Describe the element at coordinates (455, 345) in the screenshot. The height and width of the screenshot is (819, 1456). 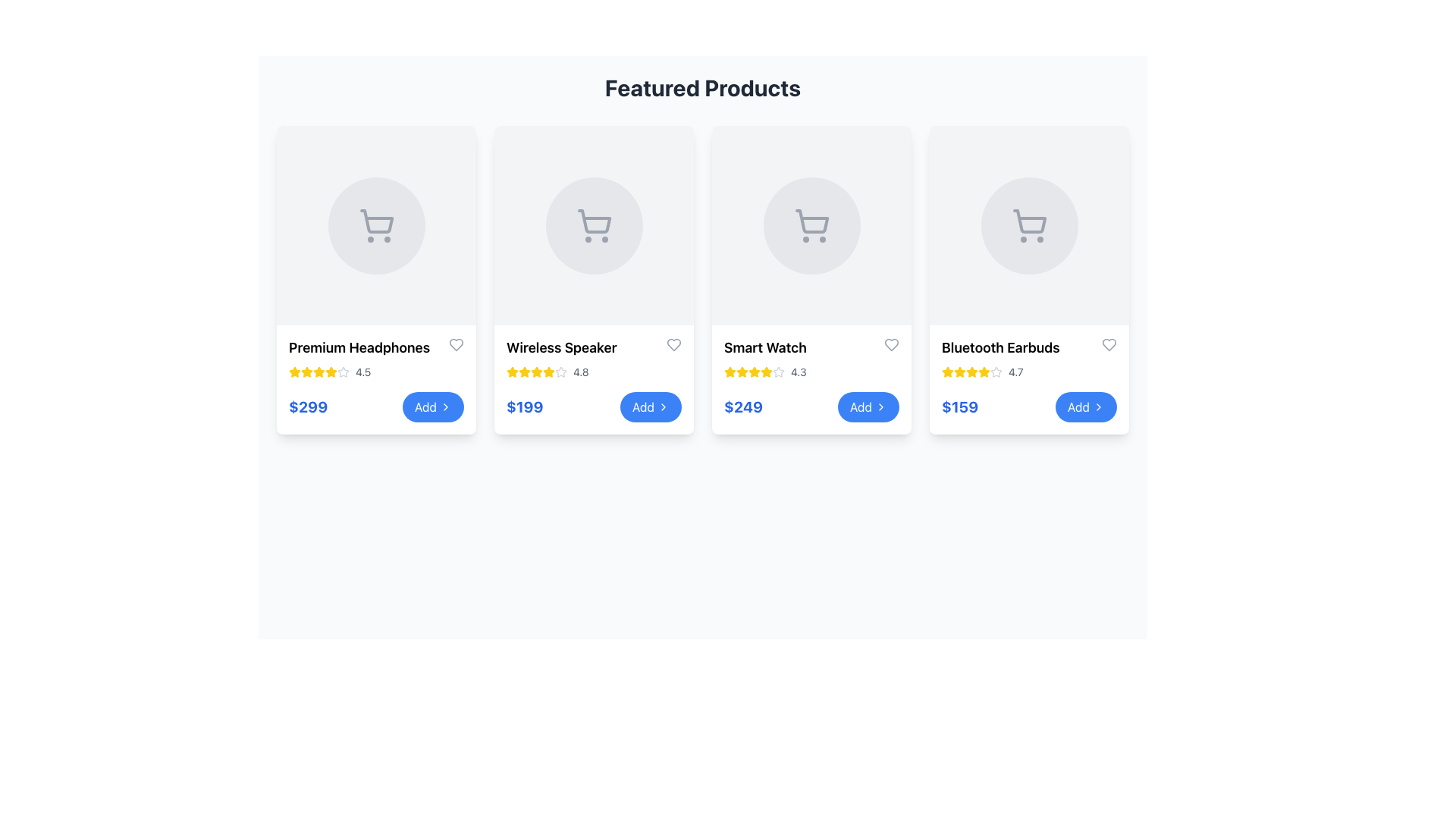
I see `on the heart icon located in the upper-right corner of the 'Premium Headphones' card` at that location.